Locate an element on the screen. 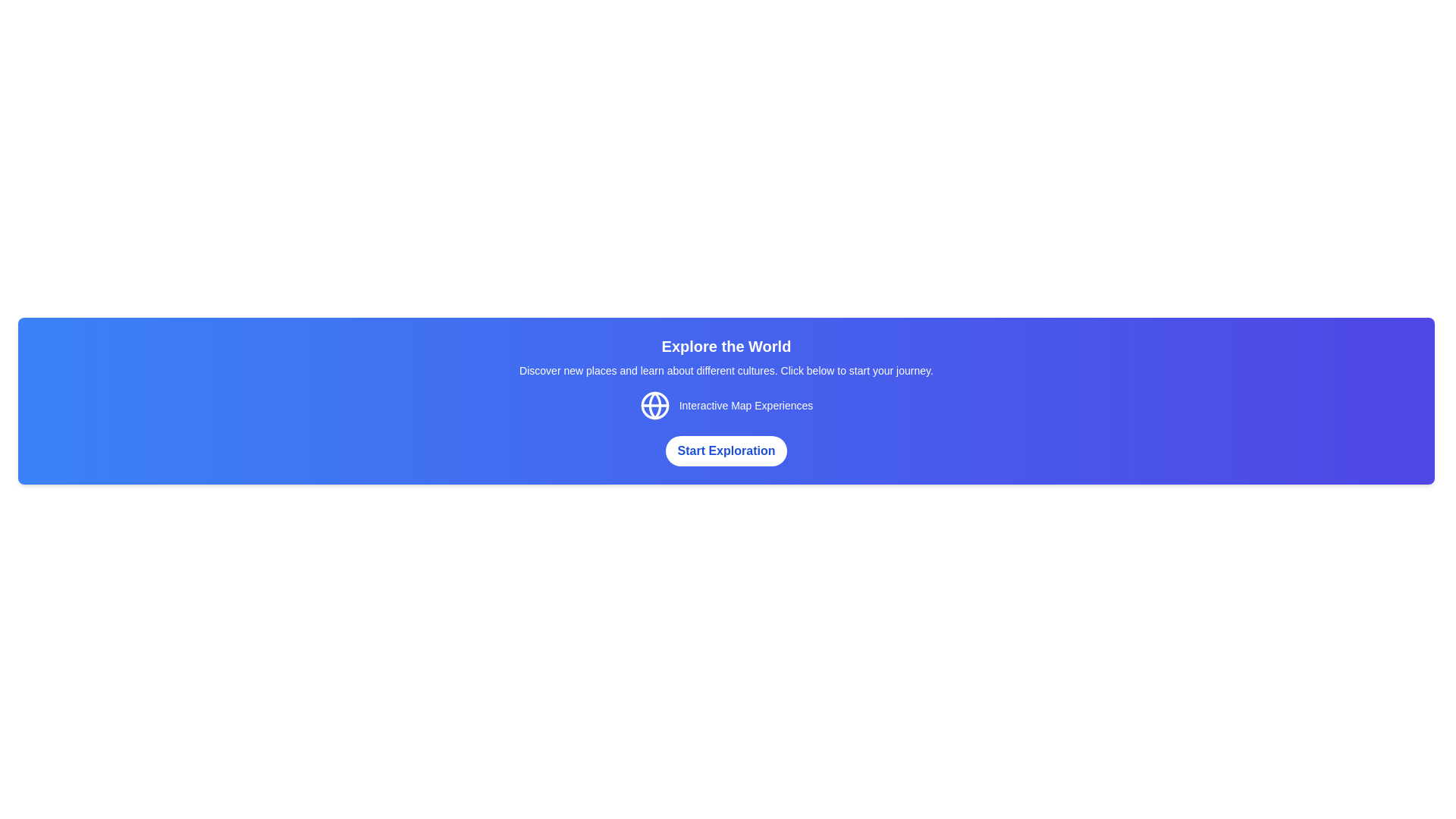  the Label with Icon that highlights 'Interactive Map Experiences', positioned below the heading and above the 'Start Exploration' button is located at coordinates (726, 405).